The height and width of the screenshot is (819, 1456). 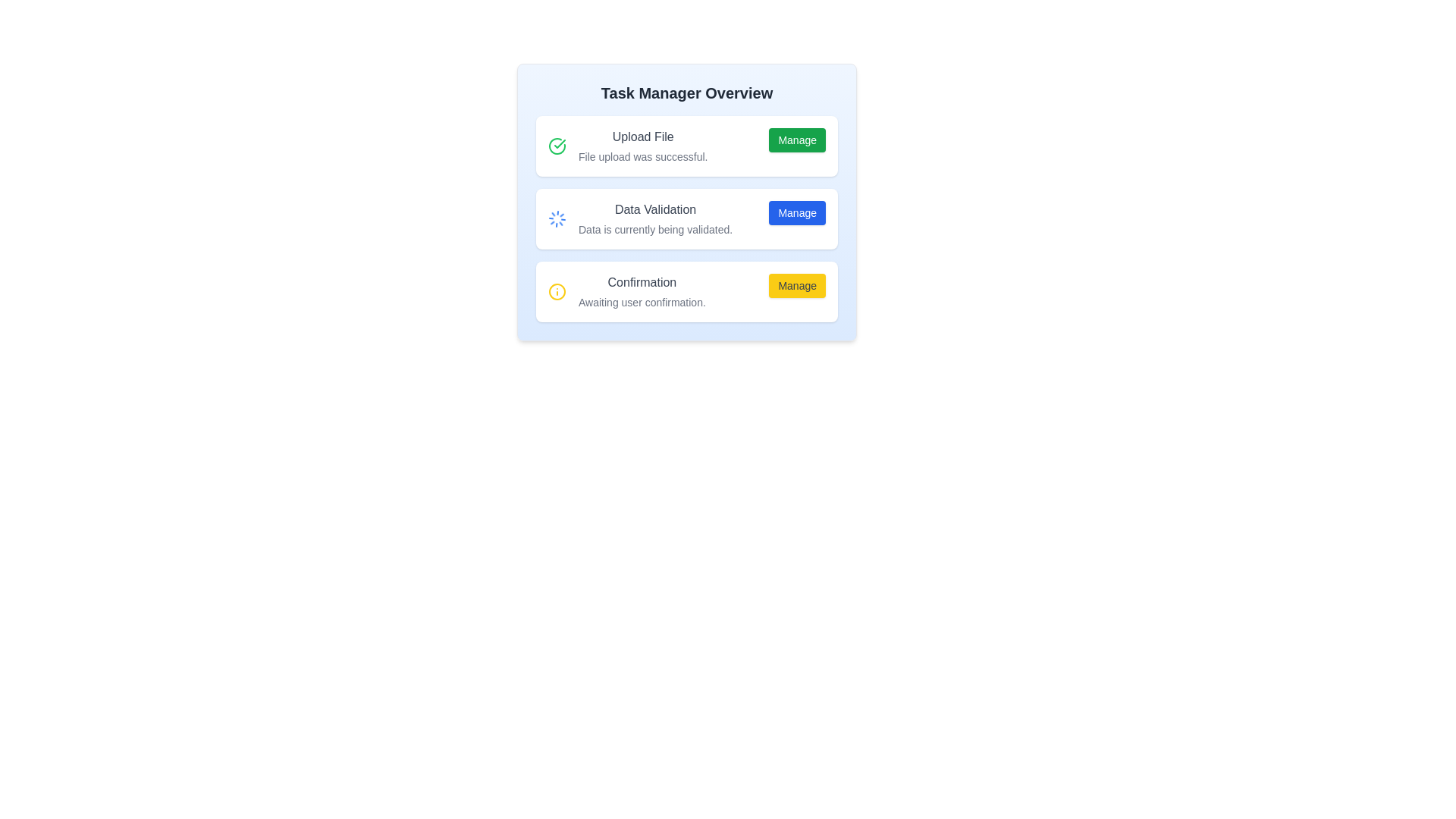 What do you see at coordinates (686, 292) in the screenshot?
I see `the 'Manage' button located within the Information card that has a bold label 'Confirmation' and a smaller text 'Awaiting user confirmation.'` at bounding box center [686, 292].